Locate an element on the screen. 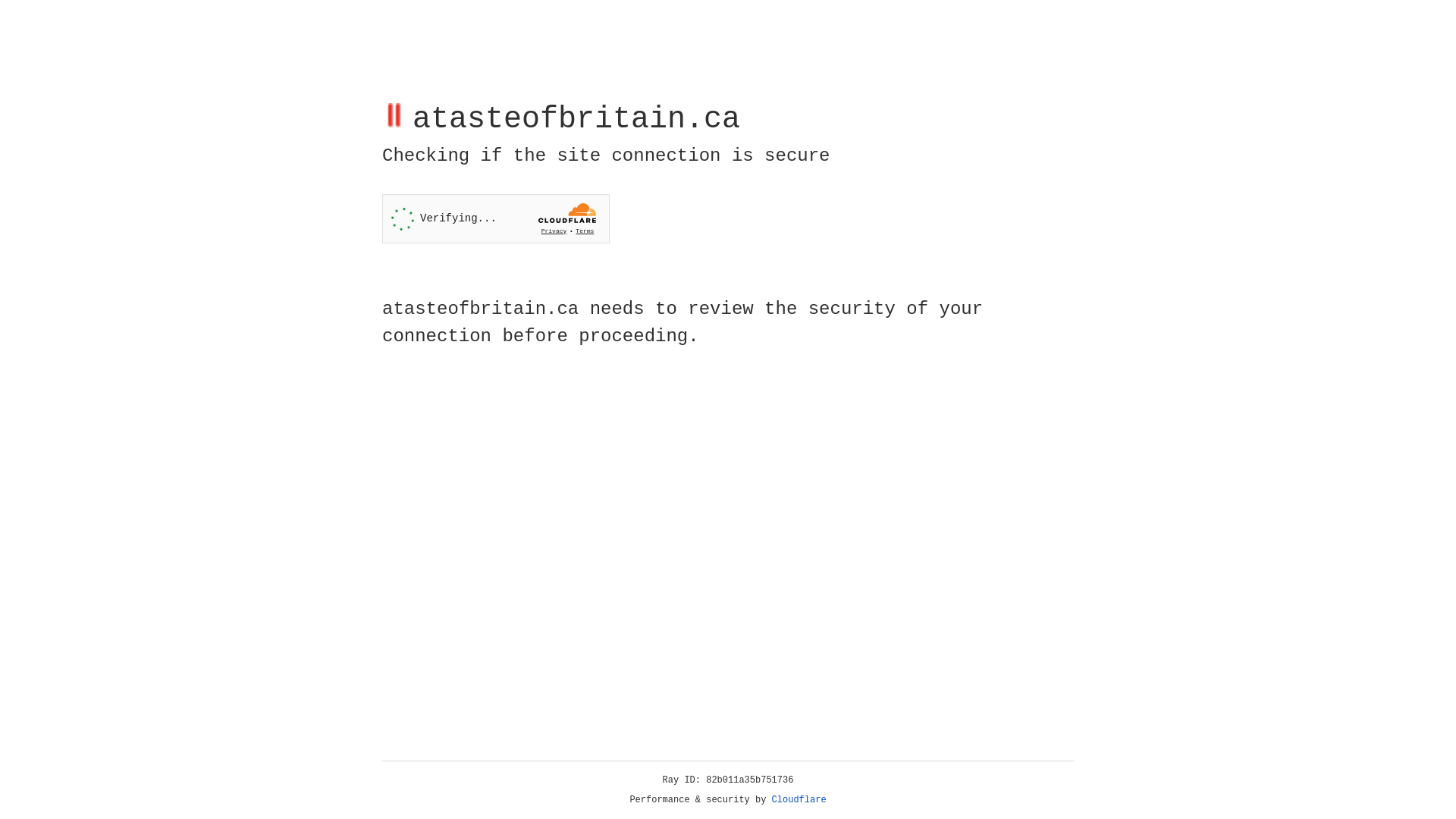 The width and height of the screenshot is (1456, 819). 'Cloudflare' is located at coordinates (771, 799).